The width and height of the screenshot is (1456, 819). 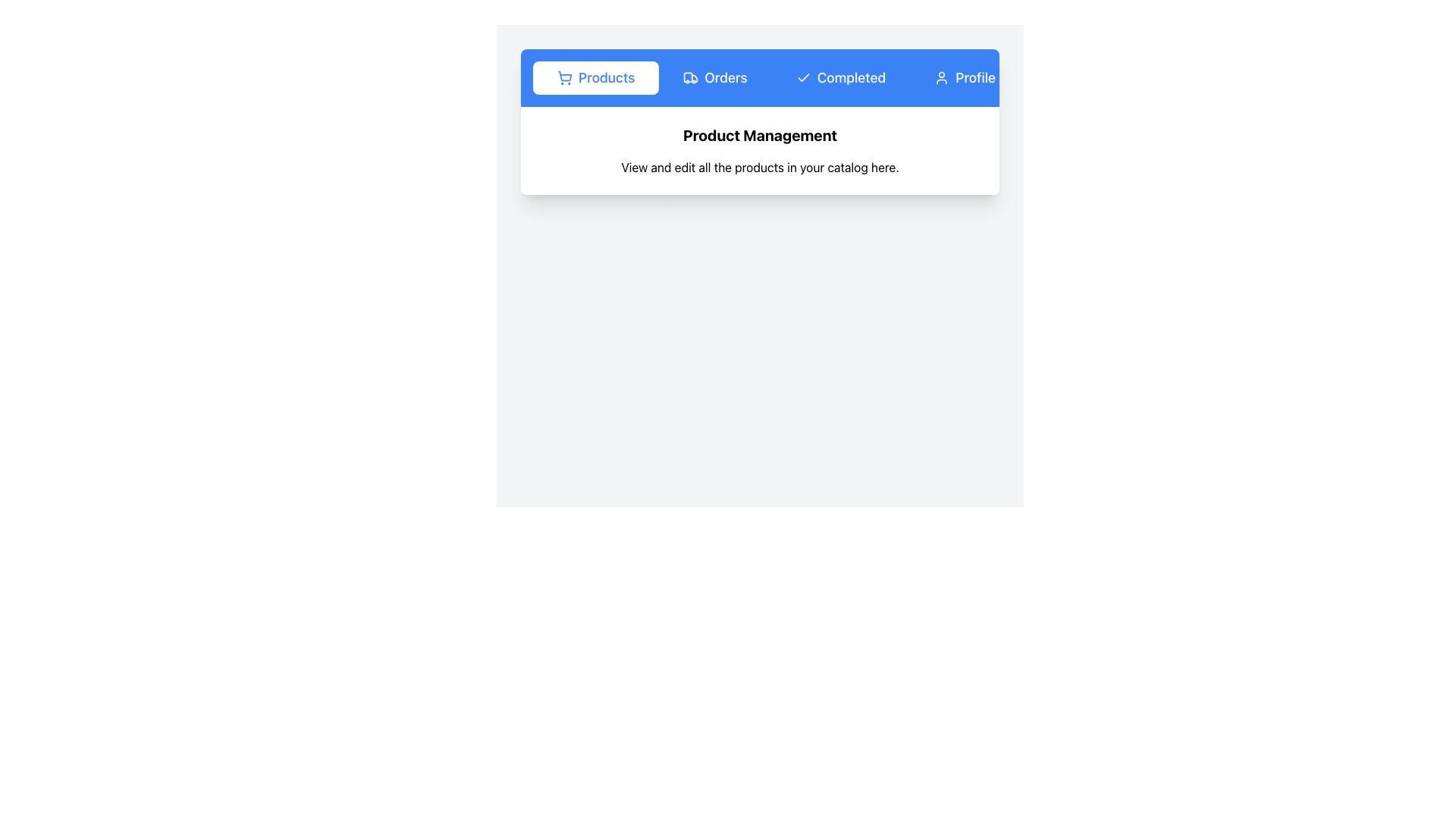 What do you see at coordinates (941, 78) in the screenshot?
I see `the minimalistic user profile icon located to the left of the 'Profile' label on a blue button in the top-right section of the navigation bar` at bounding box center [941, 78].